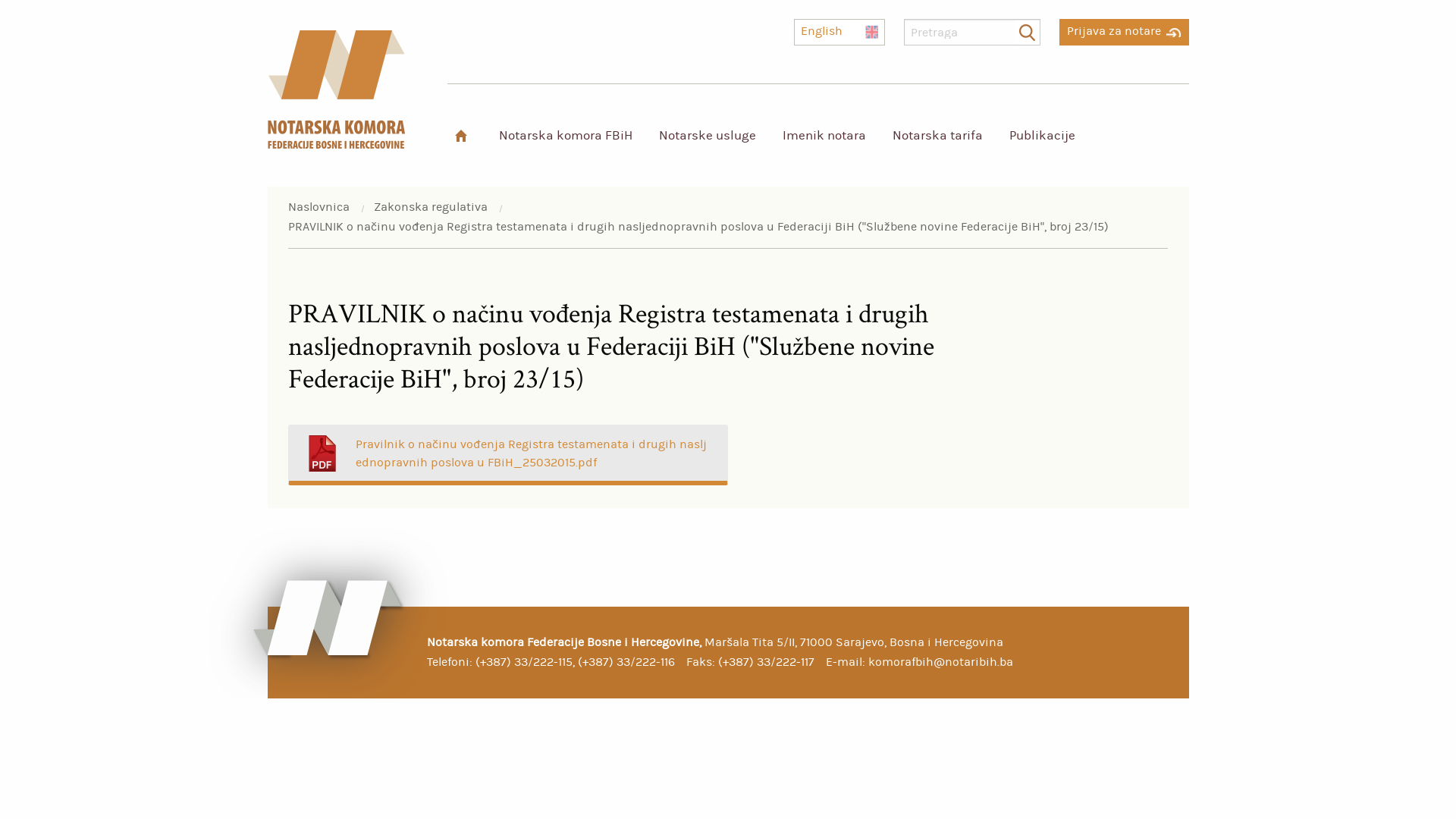 The width and height of the screenshot is (1456, 819). Describe the element at coordinates (1026, 32) in the screenshot. I see `'Pretraga'` at that location.